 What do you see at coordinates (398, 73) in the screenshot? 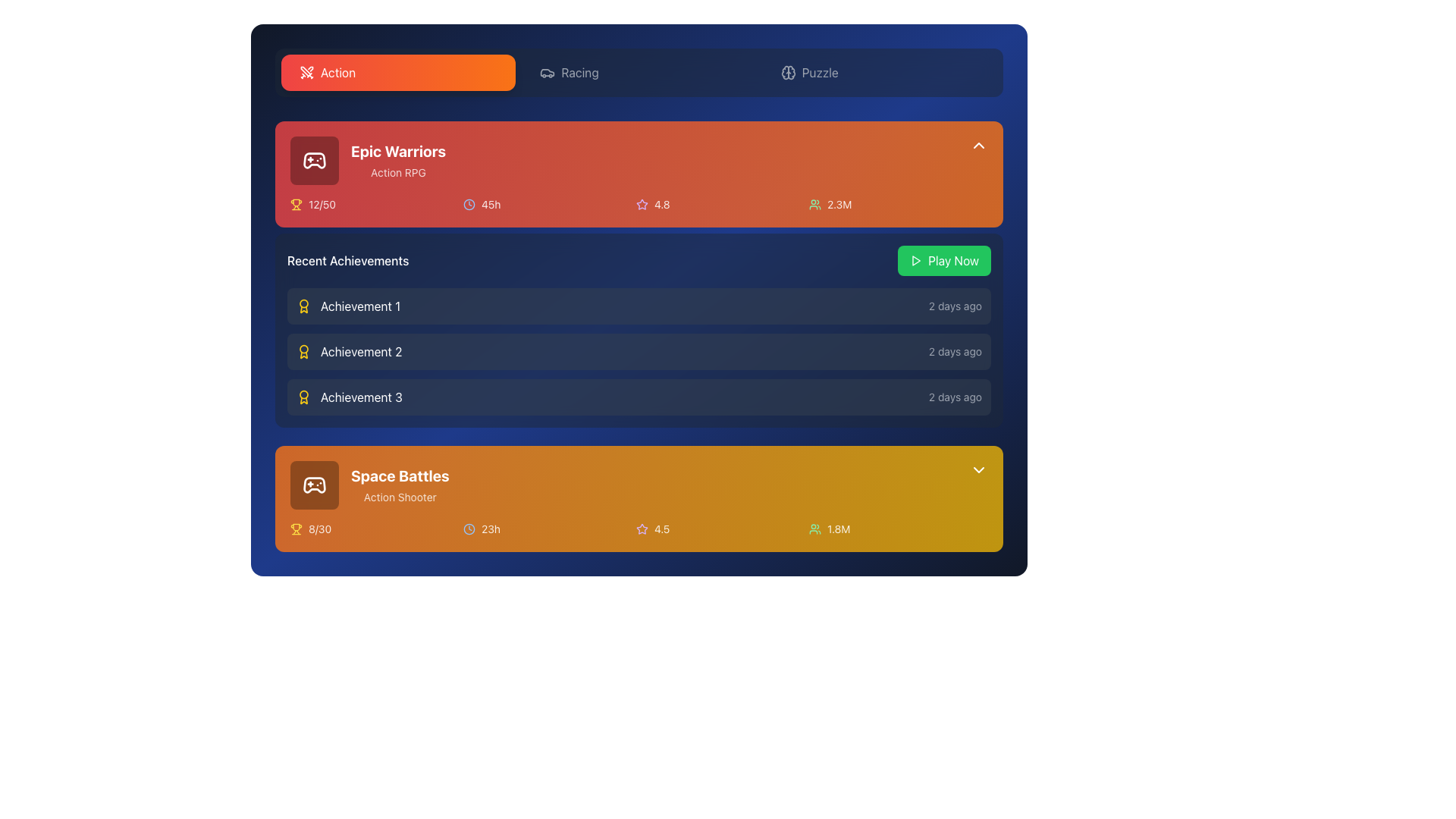
I see `the first button in the horizontal navigation bar, which is styled with rounded corners, a gradient background from red to orange, and labeled 'Action' with an icon of crossed swords` at bounding box center [398, 73].